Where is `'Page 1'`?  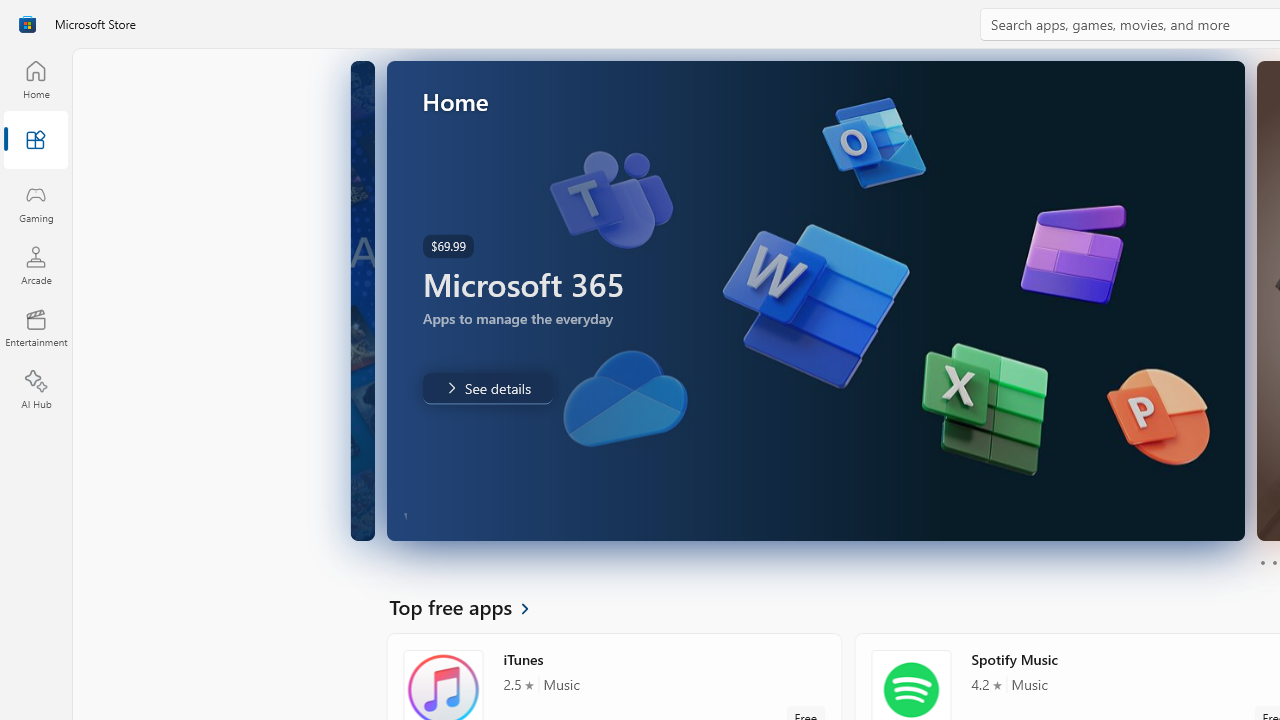
'Page 1' is located at coordinates (1261, 563).